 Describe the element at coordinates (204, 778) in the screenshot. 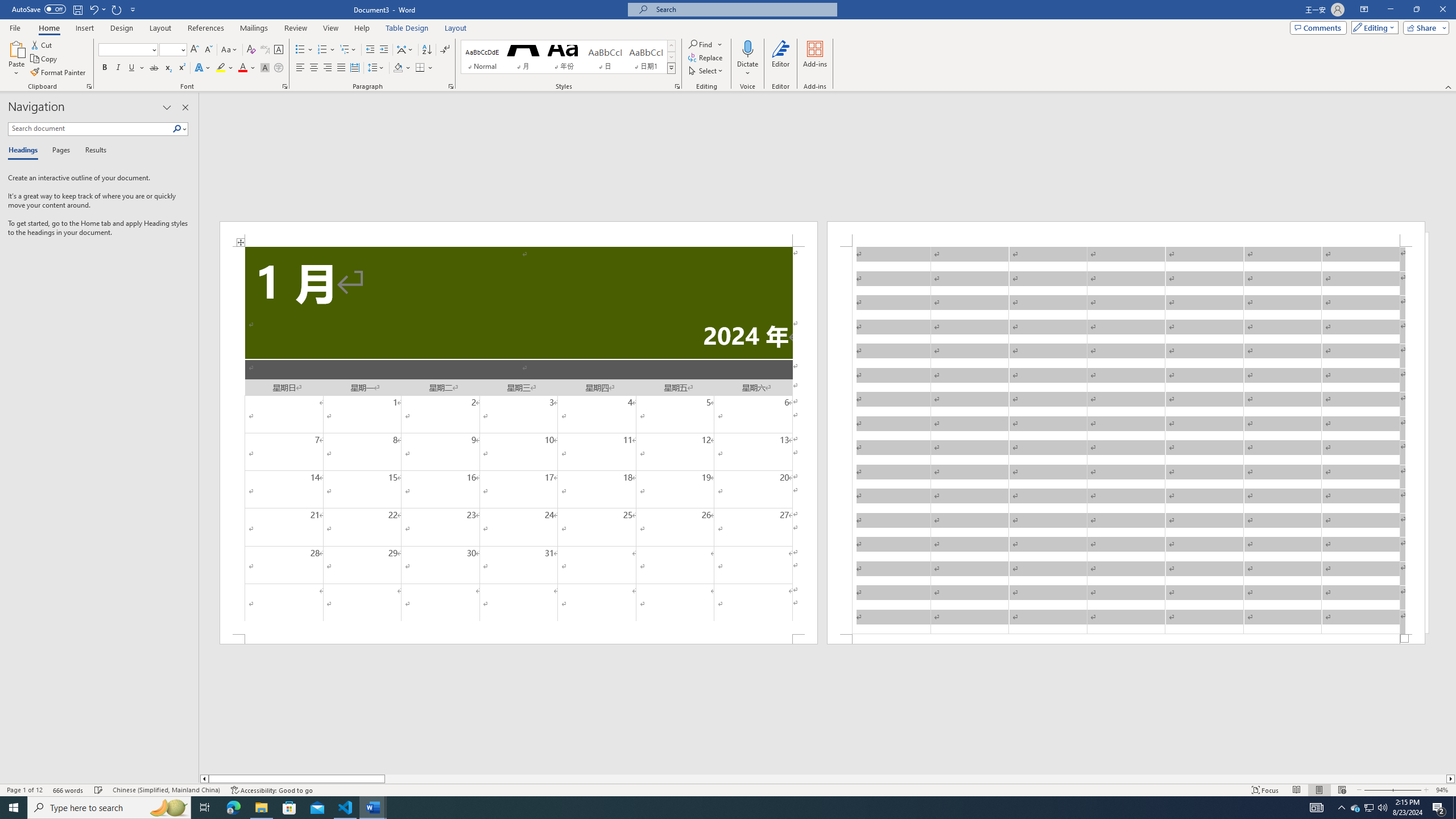

I see `'Column left'` at that location.